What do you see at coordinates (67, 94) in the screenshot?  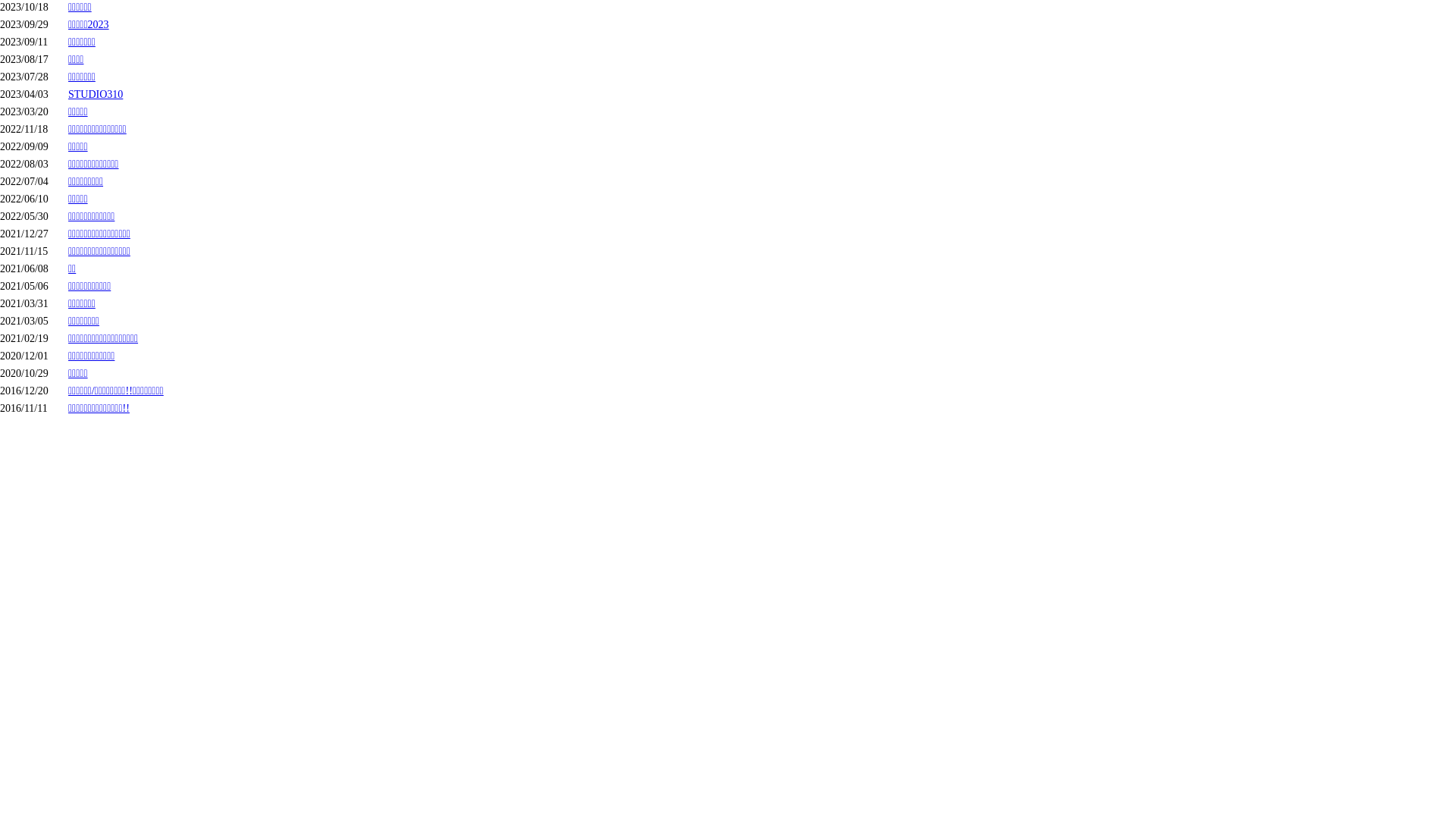 I see `'STUDIO310'` at bounding box center [67, 94].